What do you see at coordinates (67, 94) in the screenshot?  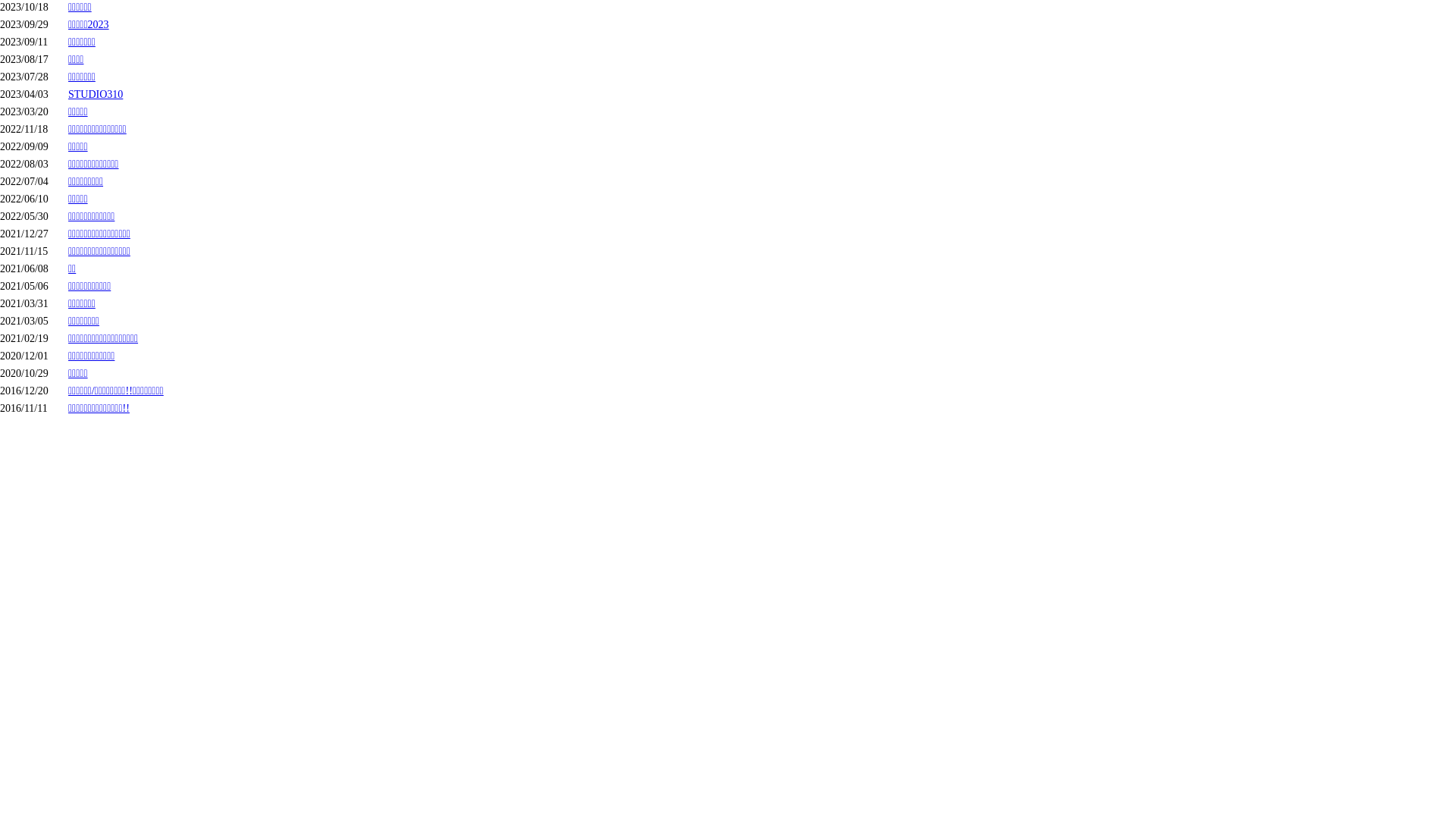 I see `'STUDIO310'` at bounding box center [67, 94].